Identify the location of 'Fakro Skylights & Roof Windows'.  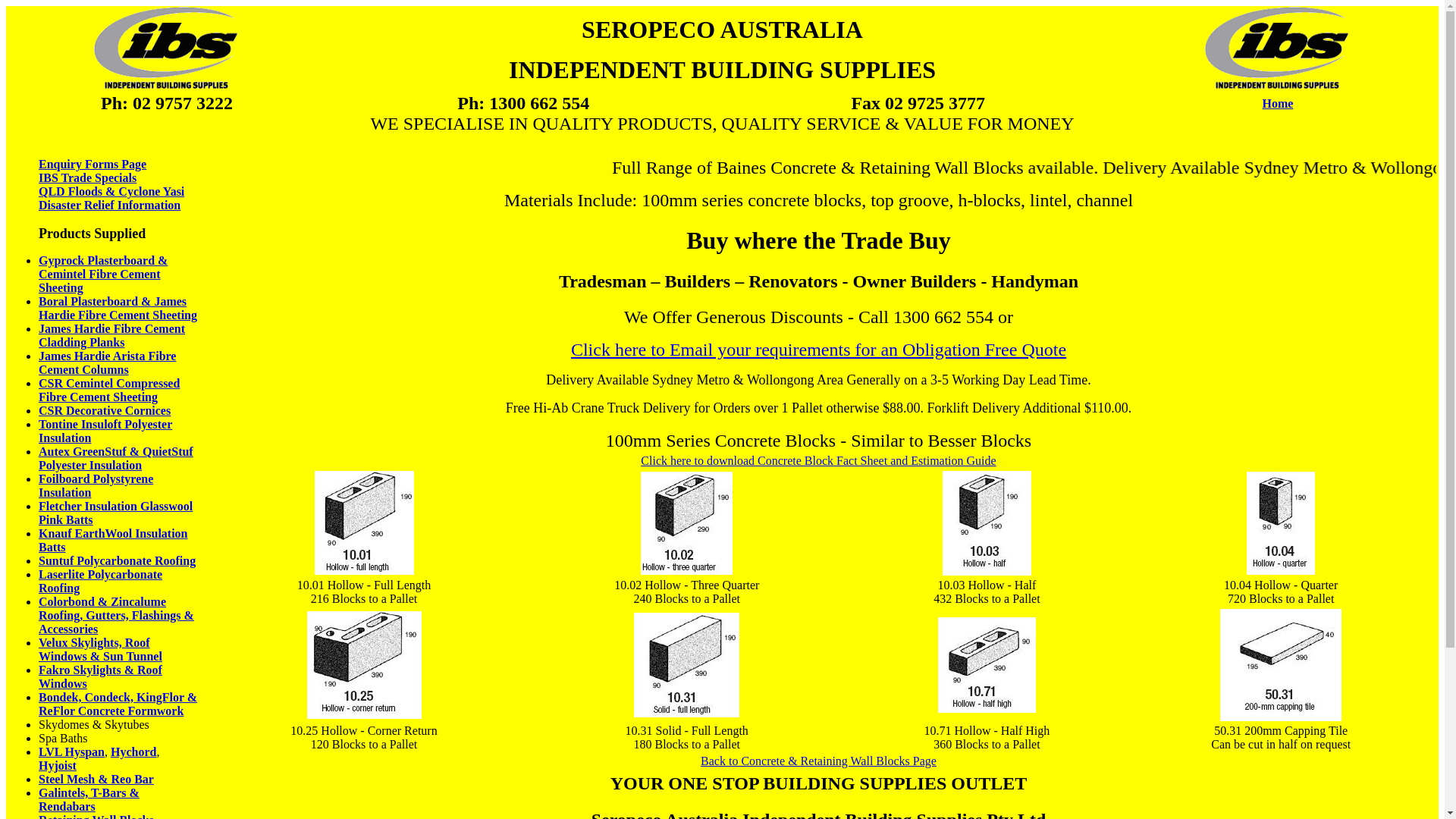
(99, 676).